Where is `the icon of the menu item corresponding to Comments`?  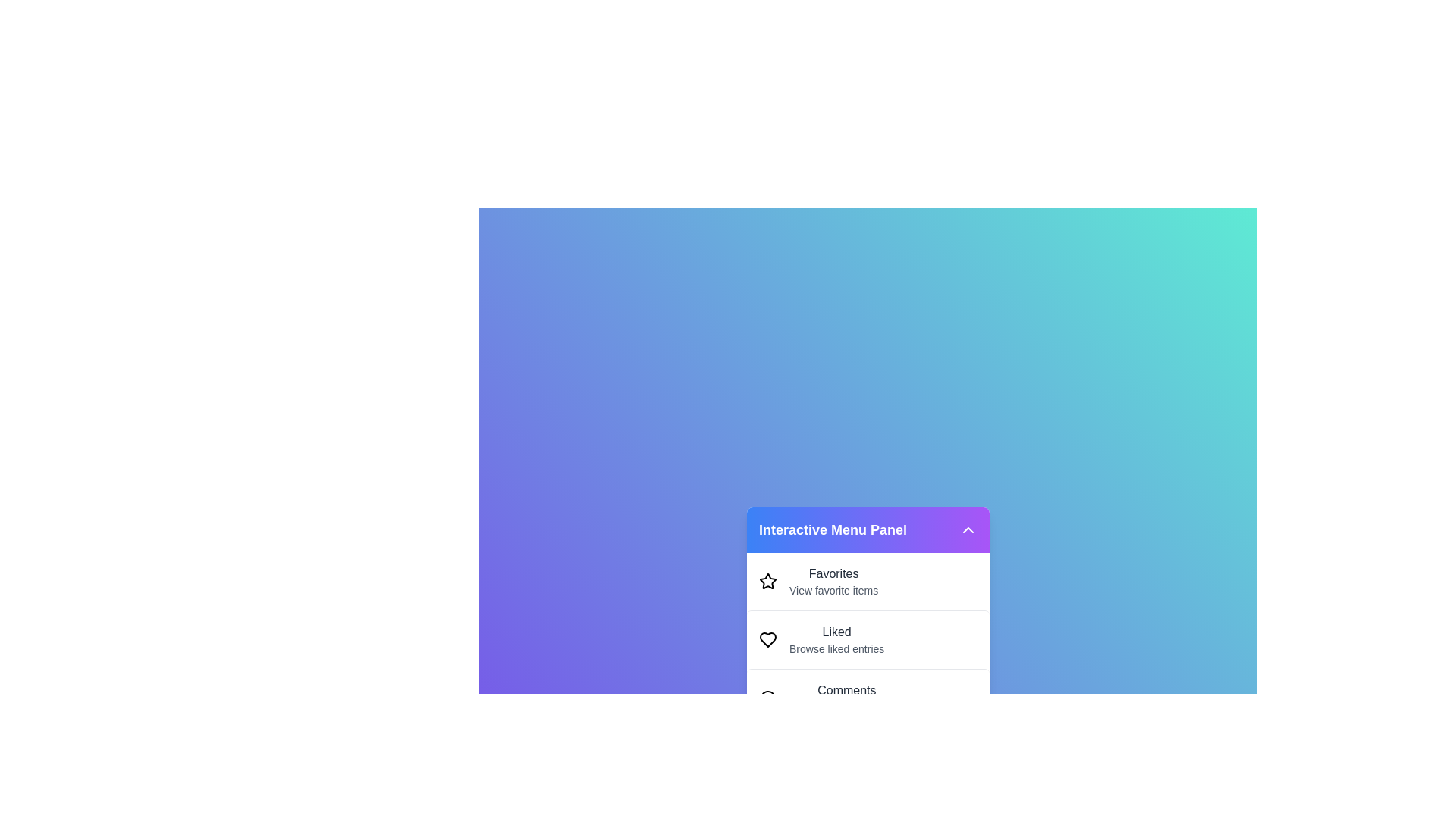
the icon of the menu item corresponding to Comments is located at coordinates (767, 698).